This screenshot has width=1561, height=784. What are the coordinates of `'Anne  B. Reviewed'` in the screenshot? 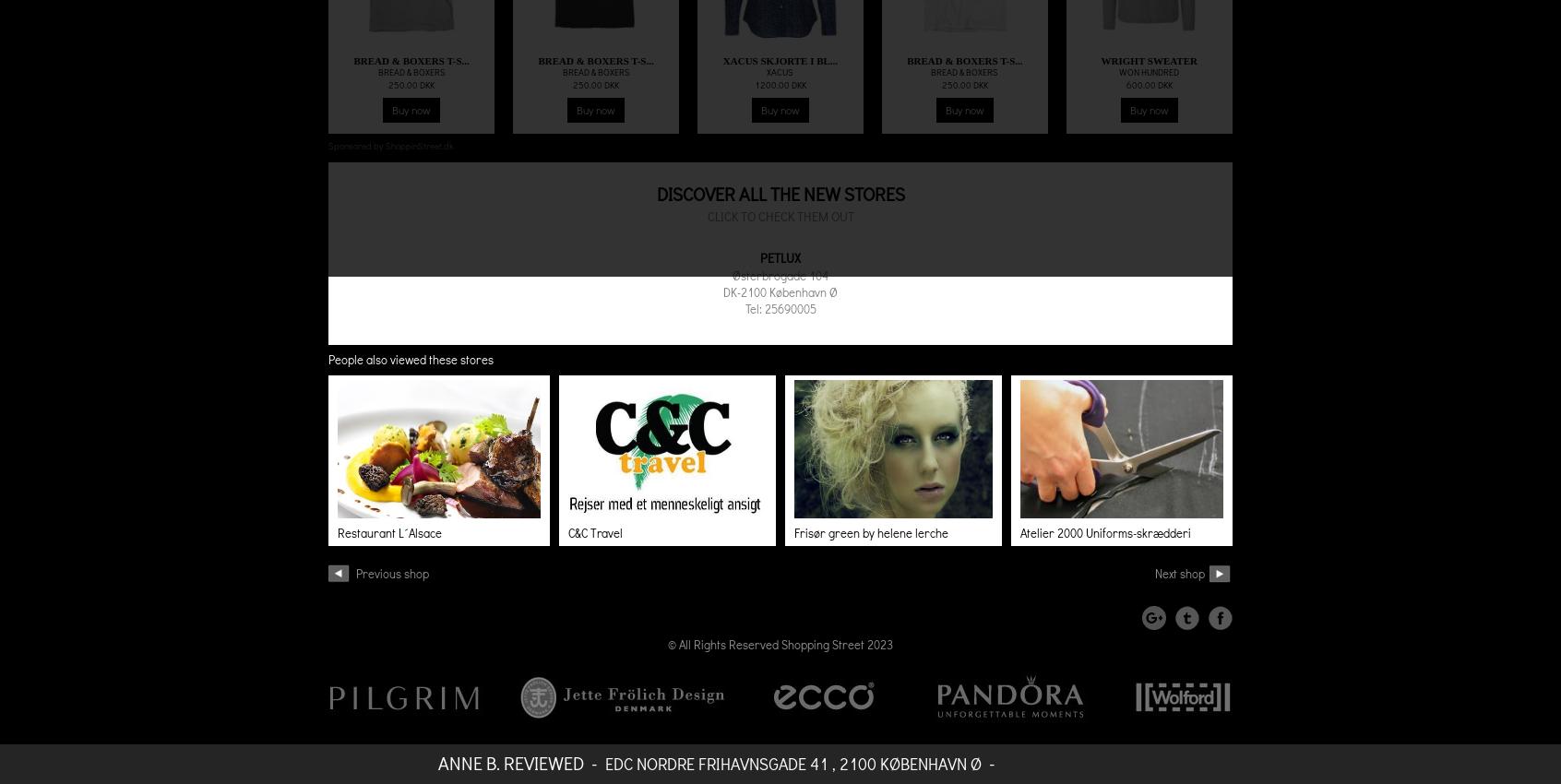 It's located at (436, 762).